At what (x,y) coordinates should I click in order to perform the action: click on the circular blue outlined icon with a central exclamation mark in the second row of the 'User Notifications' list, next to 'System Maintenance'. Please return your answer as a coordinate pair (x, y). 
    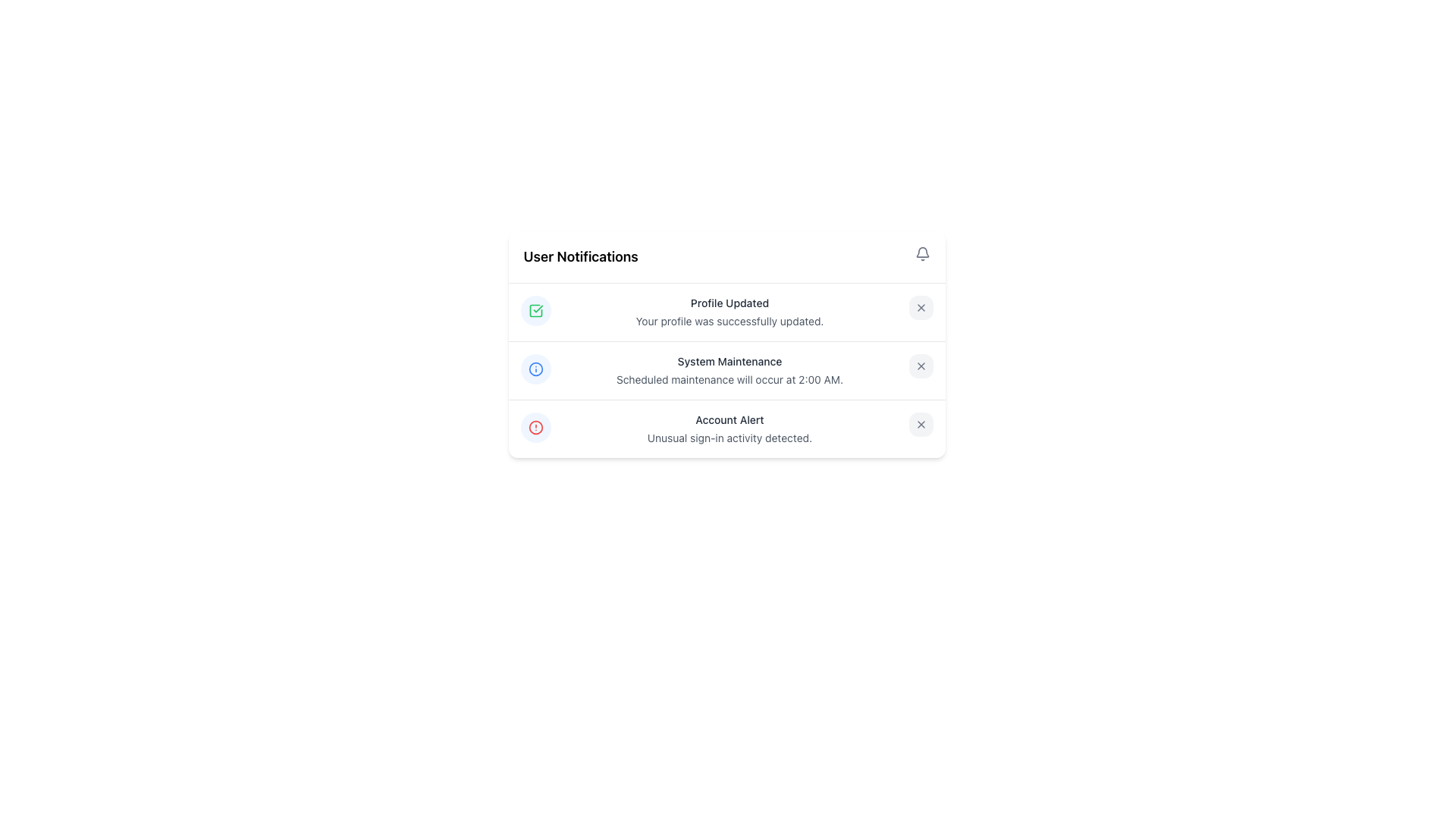
    Looking at the image, I should click on (535, 369).